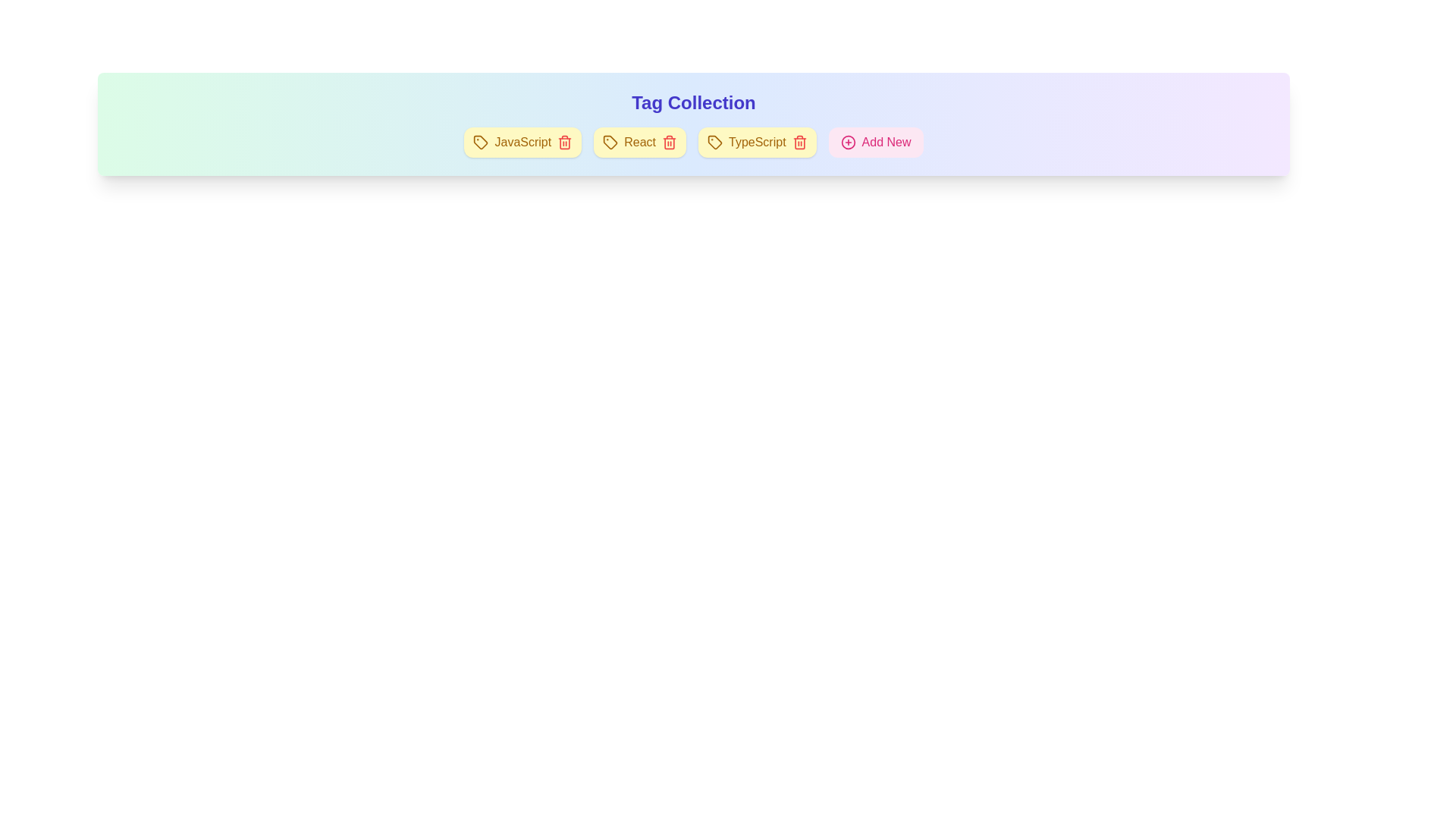 The width and height of the screenshot is (1456, 819). What do you see at coordinates (480, 143) in the screenshot?
I see `the tag-shaped icon located at the leftmost side of the 'JavaScript' pill, which serves as a decorative element for the corresponding label text` at bounding box center [480, 143].